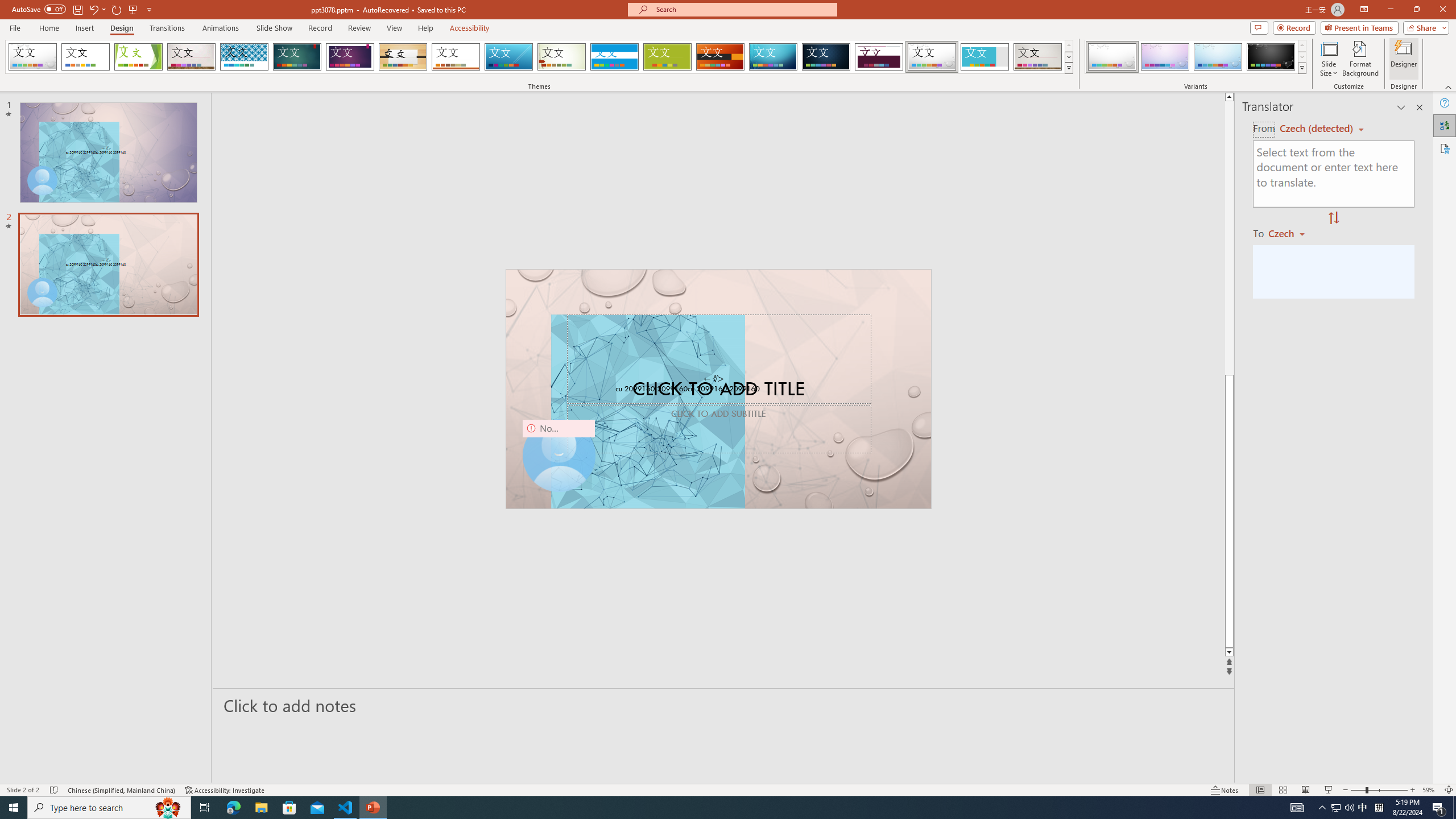  I want to click on 'Droplet Variant 3', so click(1217, 56).